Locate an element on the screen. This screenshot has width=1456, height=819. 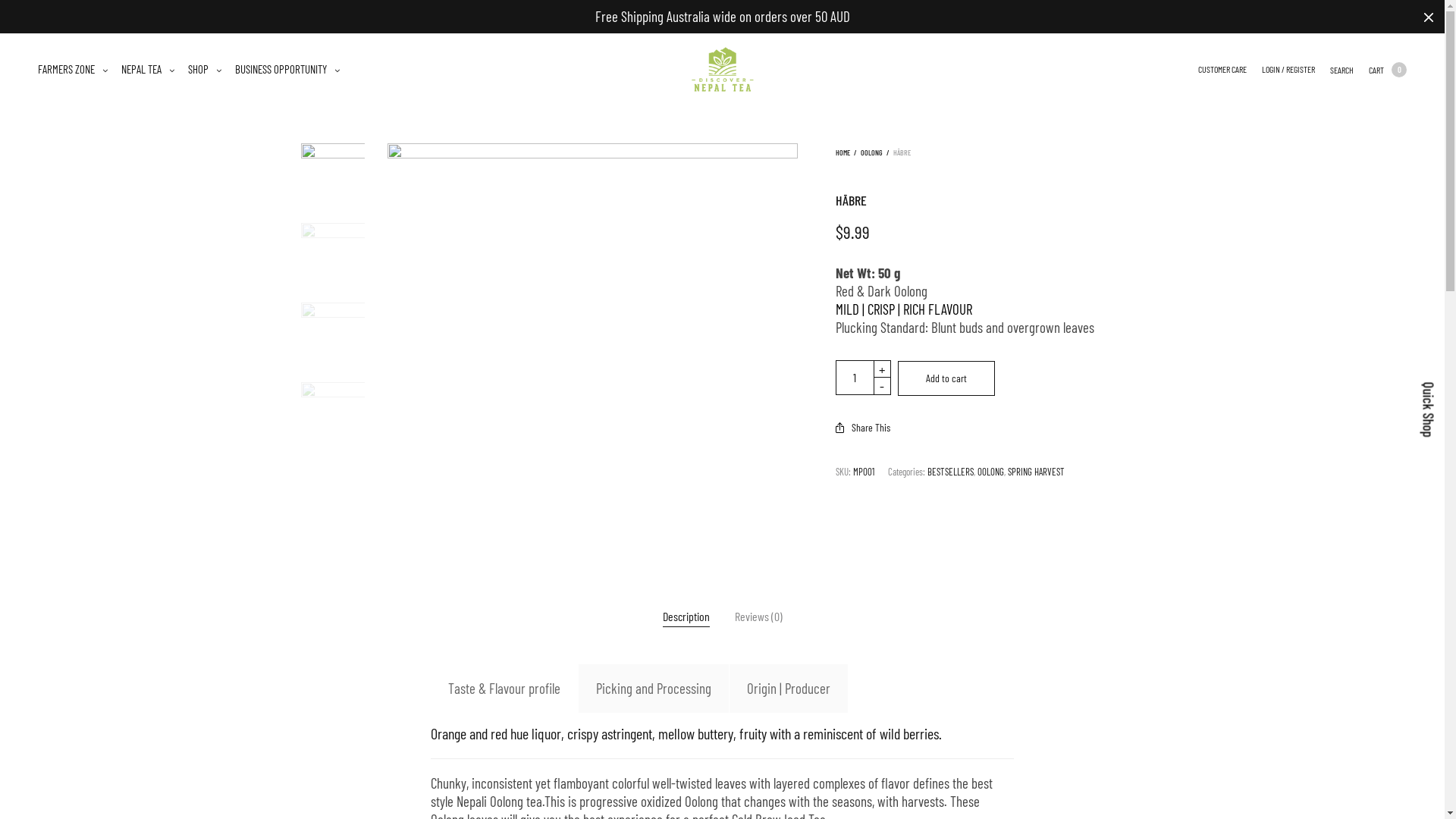
'OOLONG' is located at coordinates (871, 152).